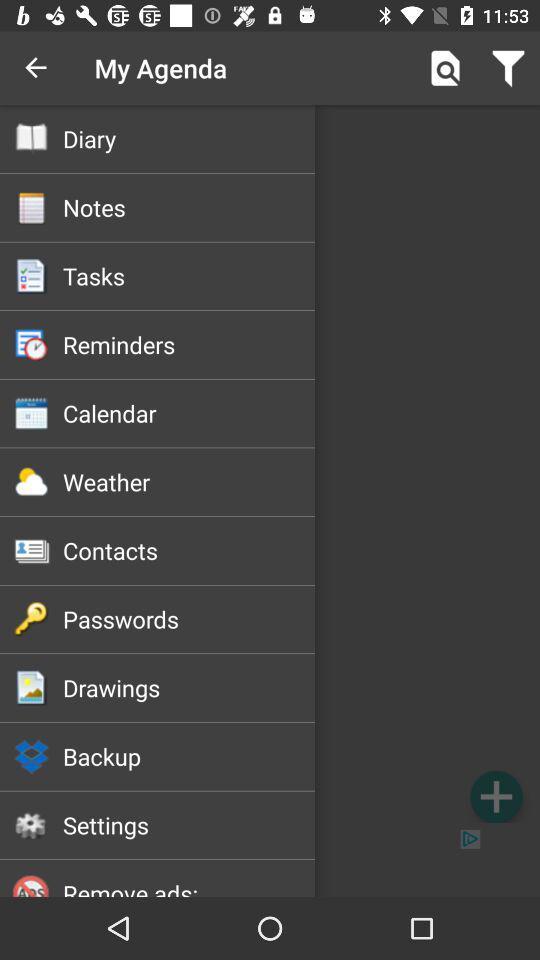  Describe the element at coordinates (189, 618) in the screenshot. I see `icon below contacts item` at that location.